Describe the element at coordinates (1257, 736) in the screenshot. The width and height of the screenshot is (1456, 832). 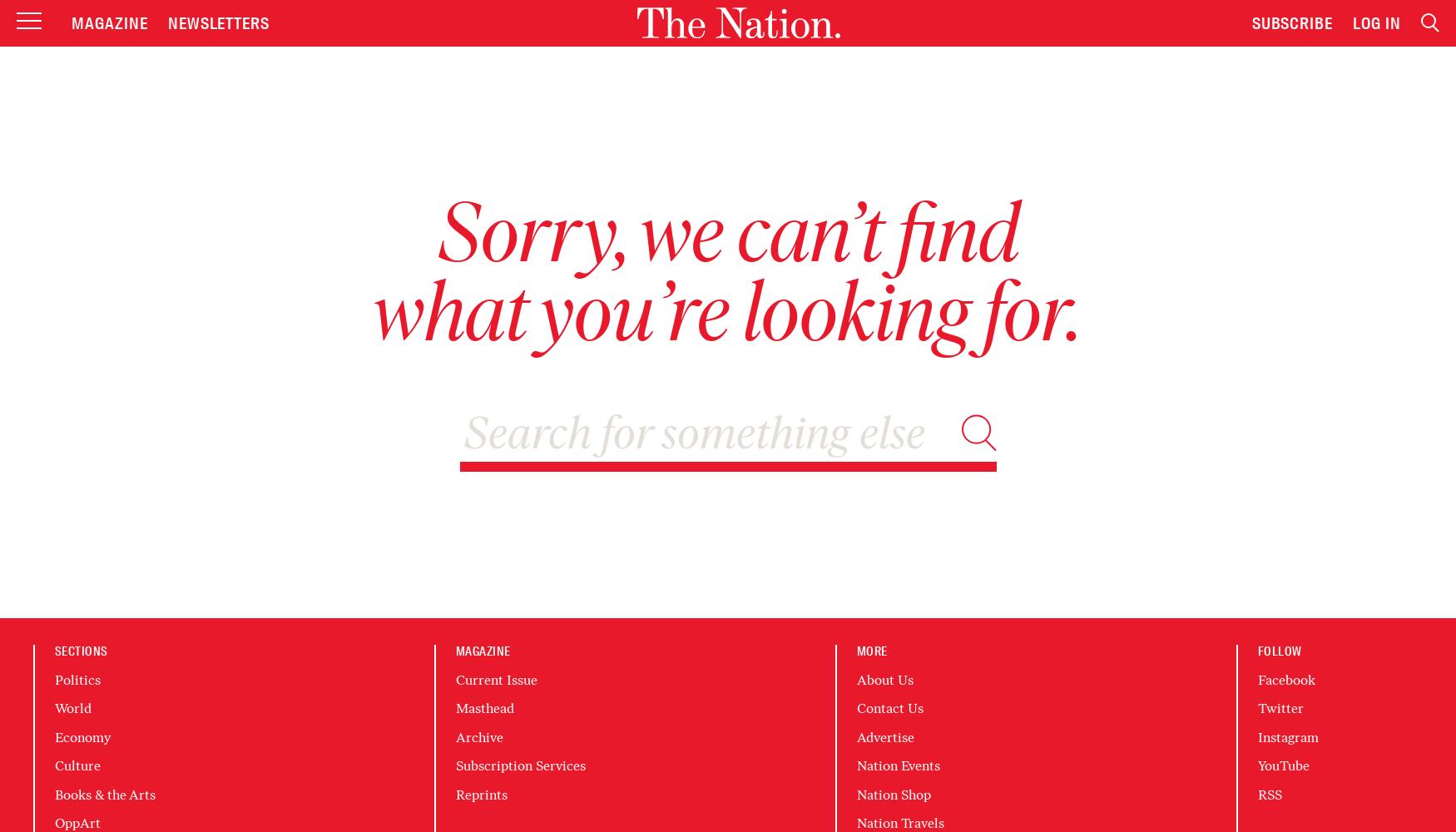
I see `'Instagram'` at that location.